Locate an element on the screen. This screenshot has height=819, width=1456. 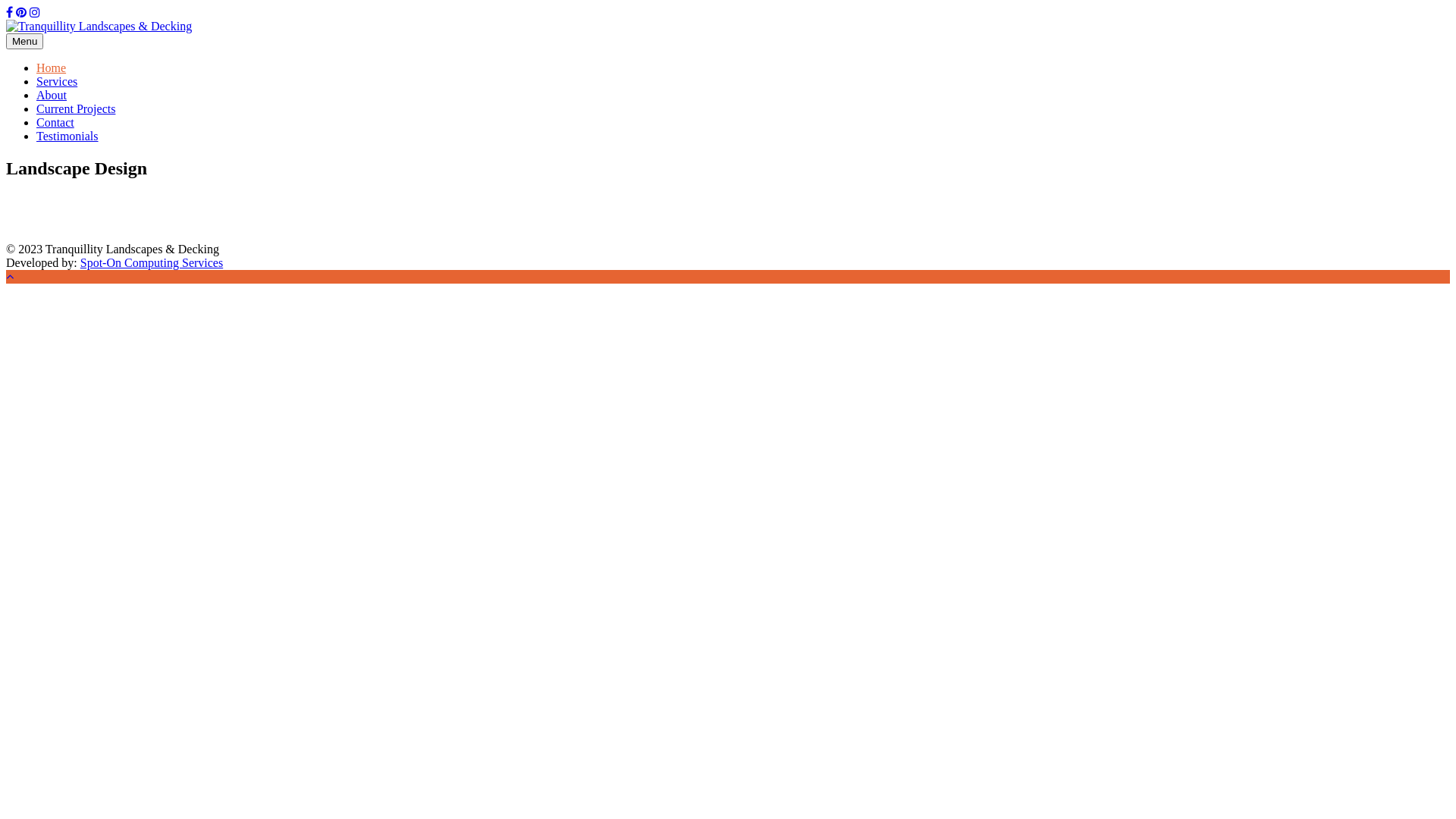
'Services' is located at coordinates (57, 81).